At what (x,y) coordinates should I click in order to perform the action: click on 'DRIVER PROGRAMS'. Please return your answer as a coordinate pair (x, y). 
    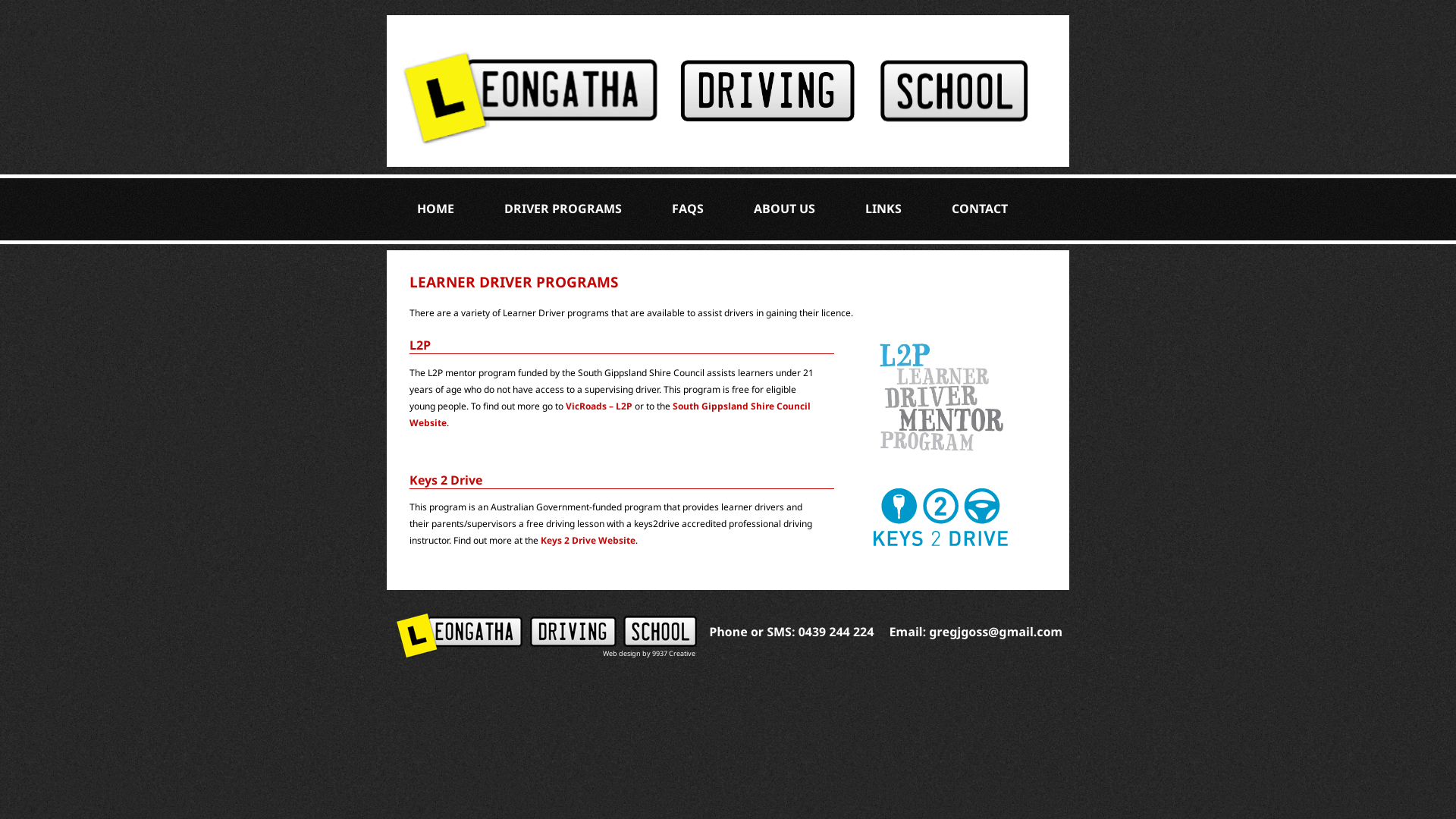
    Looking at the image, I should click on (562, 208).